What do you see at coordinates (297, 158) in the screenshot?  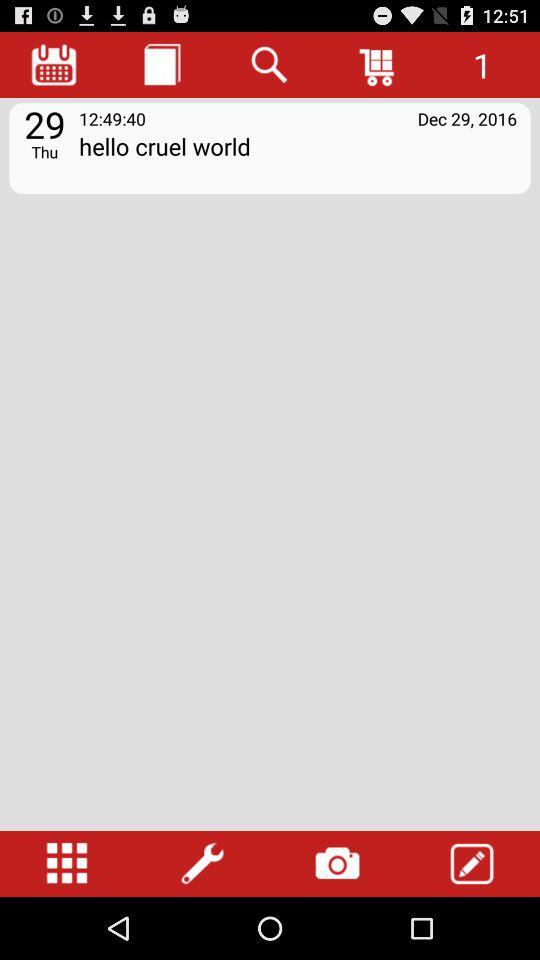 I see `the hello cruel world item` at bounding box center [297, 158].